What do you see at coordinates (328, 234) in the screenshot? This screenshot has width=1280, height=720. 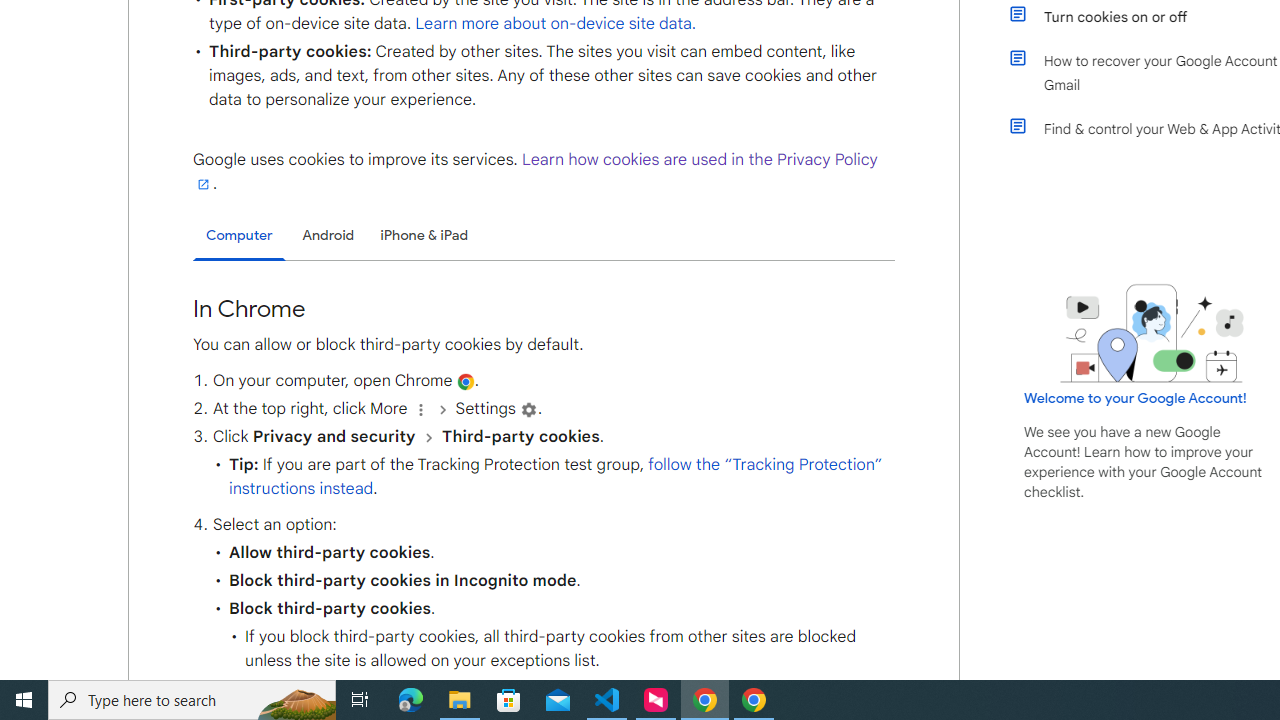 I see `'Android'` at bounding box center [328, 234].